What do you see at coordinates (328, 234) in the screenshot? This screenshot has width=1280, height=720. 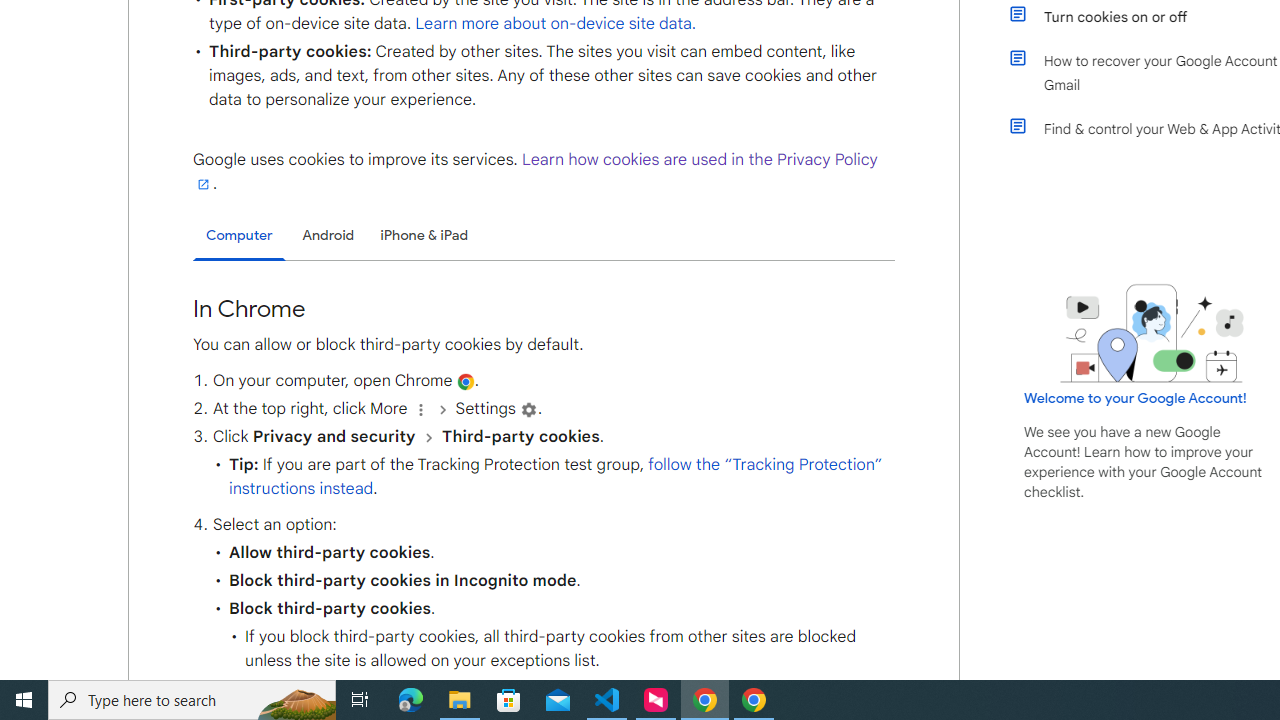 I see `'Android'` at bounding box center [328, 234].